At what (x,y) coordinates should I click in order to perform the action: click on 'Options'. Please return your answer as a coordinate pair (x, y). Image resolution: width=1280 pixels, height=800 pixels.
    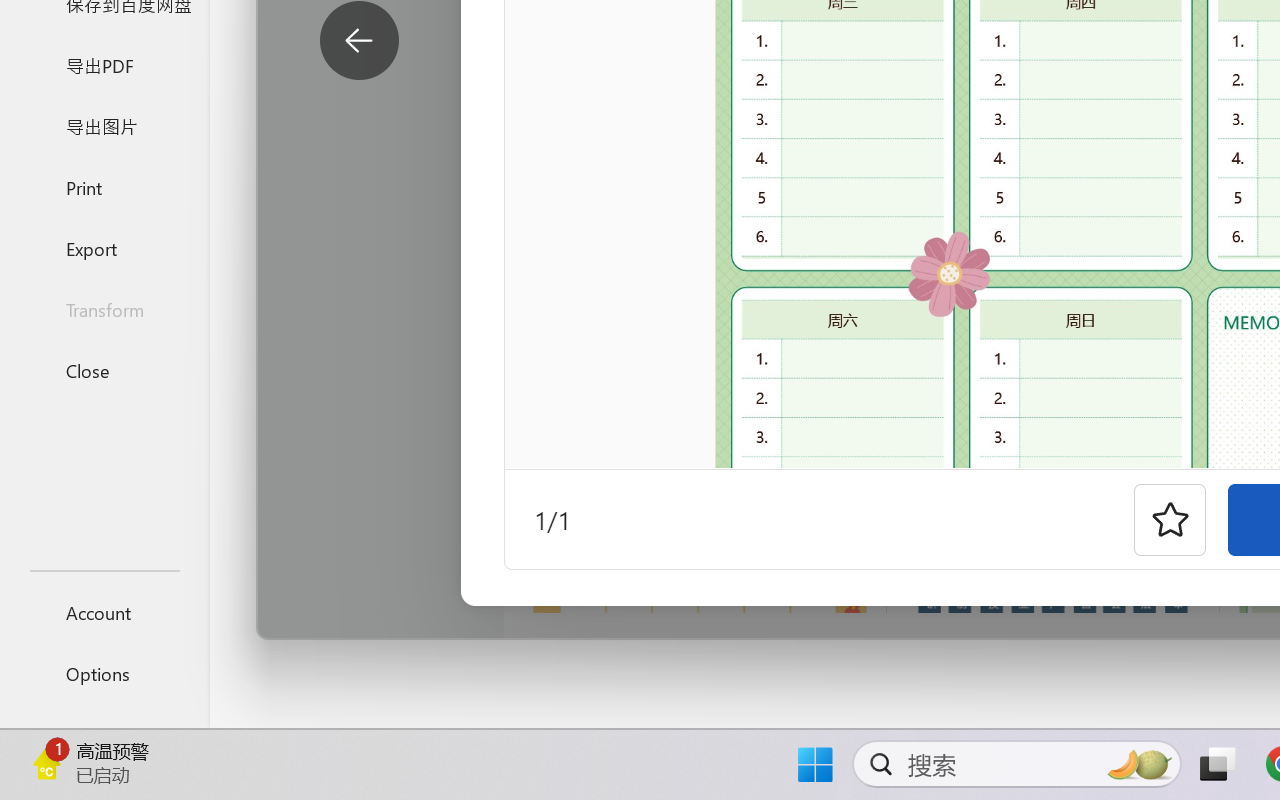
    Looking at the image, I should click on (103, 673).